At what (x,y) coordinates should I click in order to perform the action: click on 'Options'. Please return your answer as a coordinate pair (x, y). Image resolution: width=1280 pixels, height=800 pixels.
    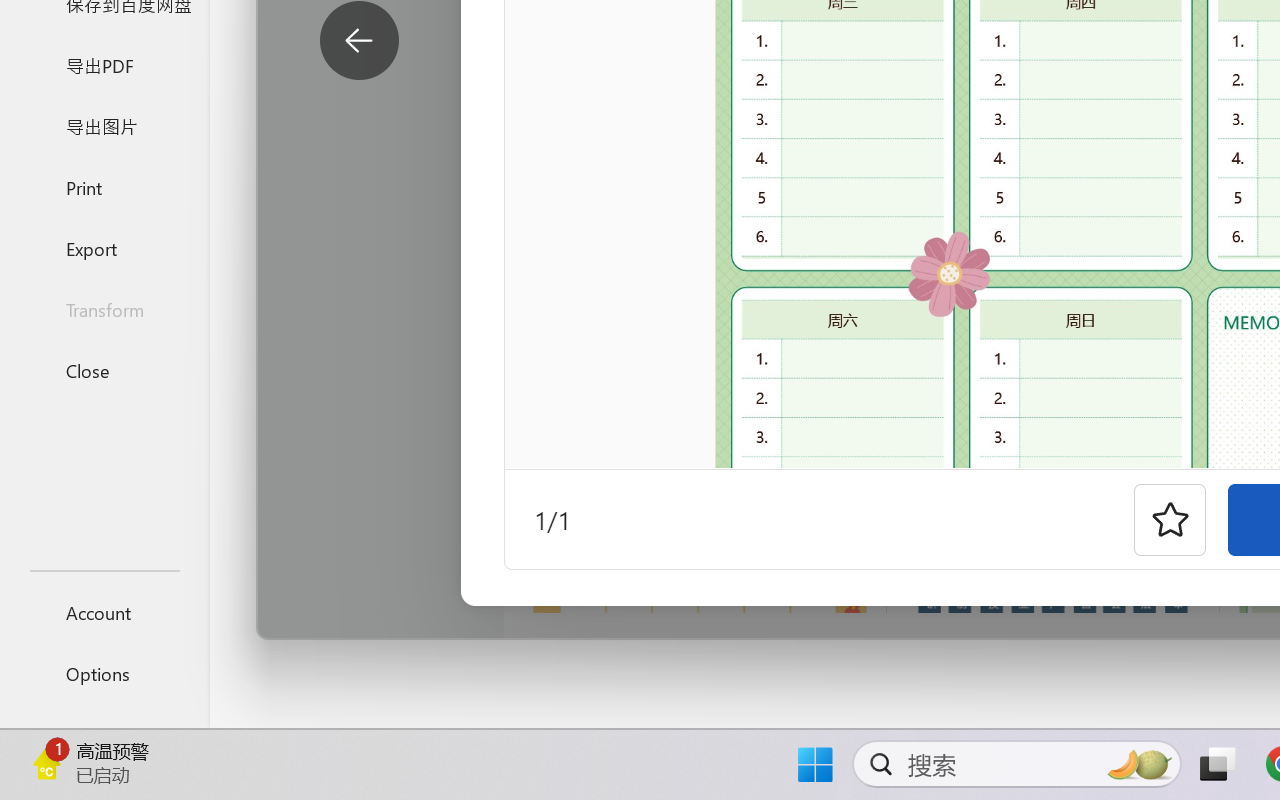
    Looking at the image, I should click on (103, 673).